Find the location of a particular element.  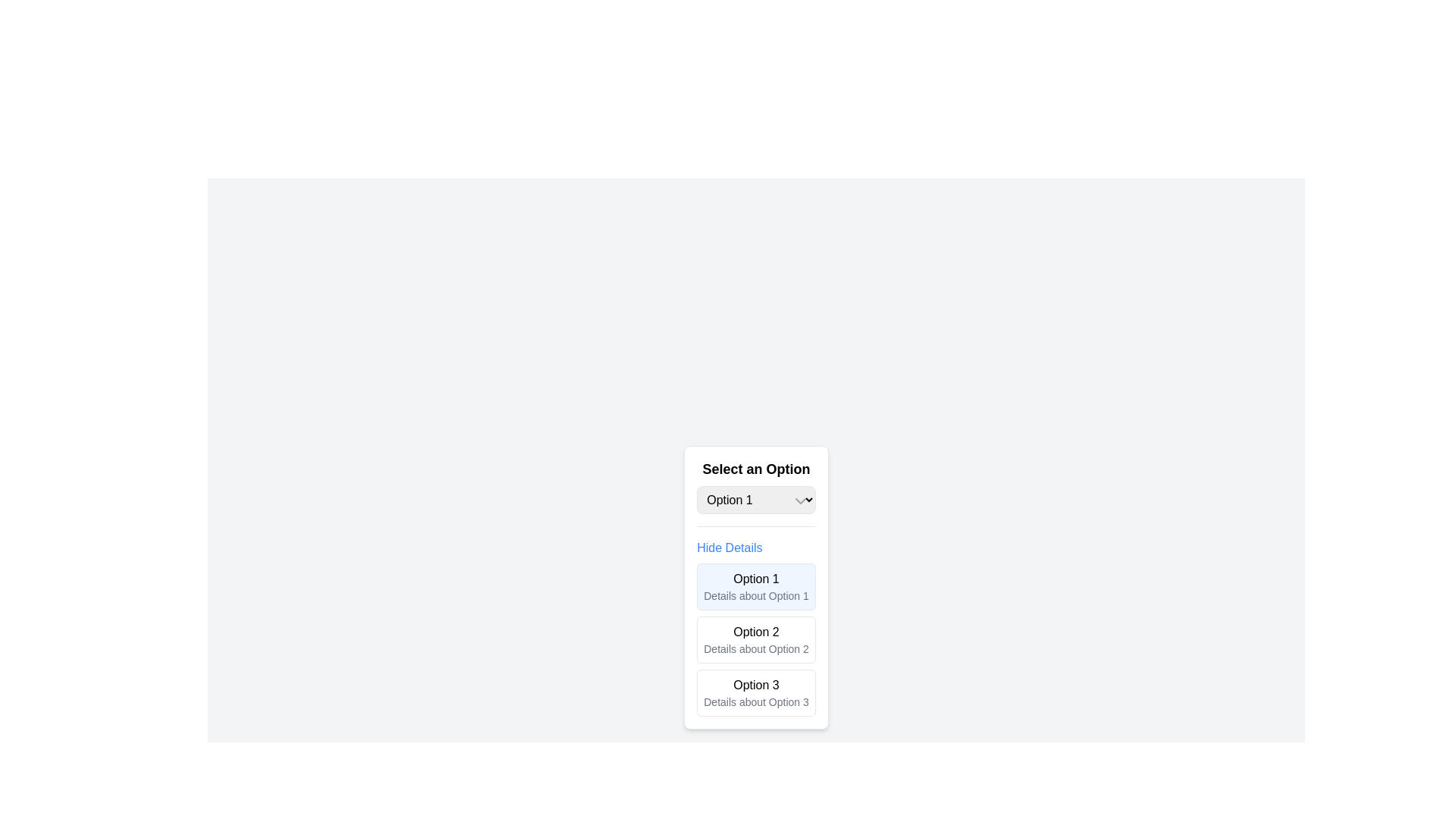

the first list item with a light blue background displaying 'Option 1' in bold and 'Details about Option 1' in gray, located below the 'Hide Details' link is located at coordinates (756, 586).